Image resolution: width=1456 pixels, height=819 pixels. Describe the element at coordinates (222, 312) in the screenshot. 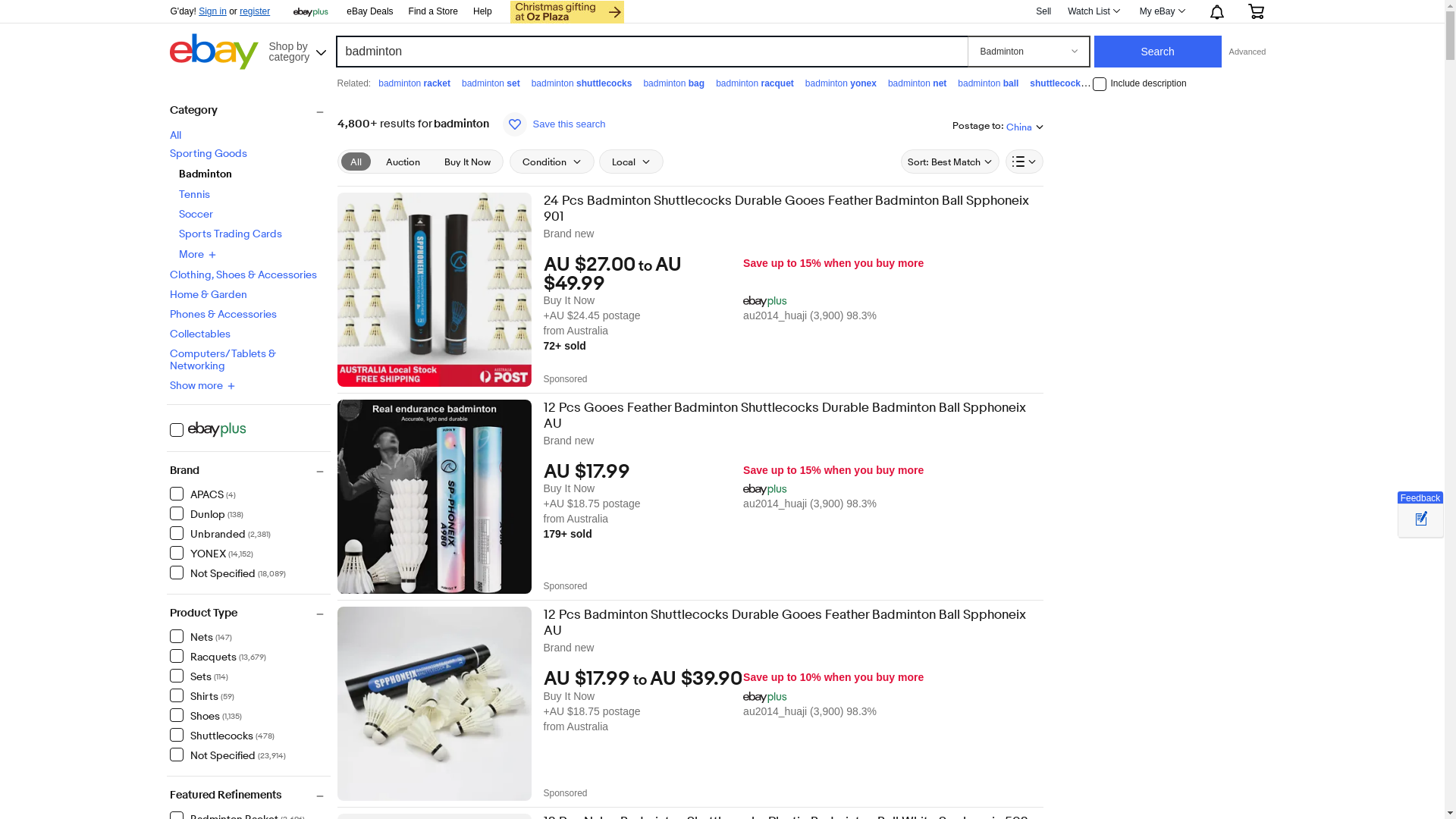

I see `'Phones & Accessories'` at that location.